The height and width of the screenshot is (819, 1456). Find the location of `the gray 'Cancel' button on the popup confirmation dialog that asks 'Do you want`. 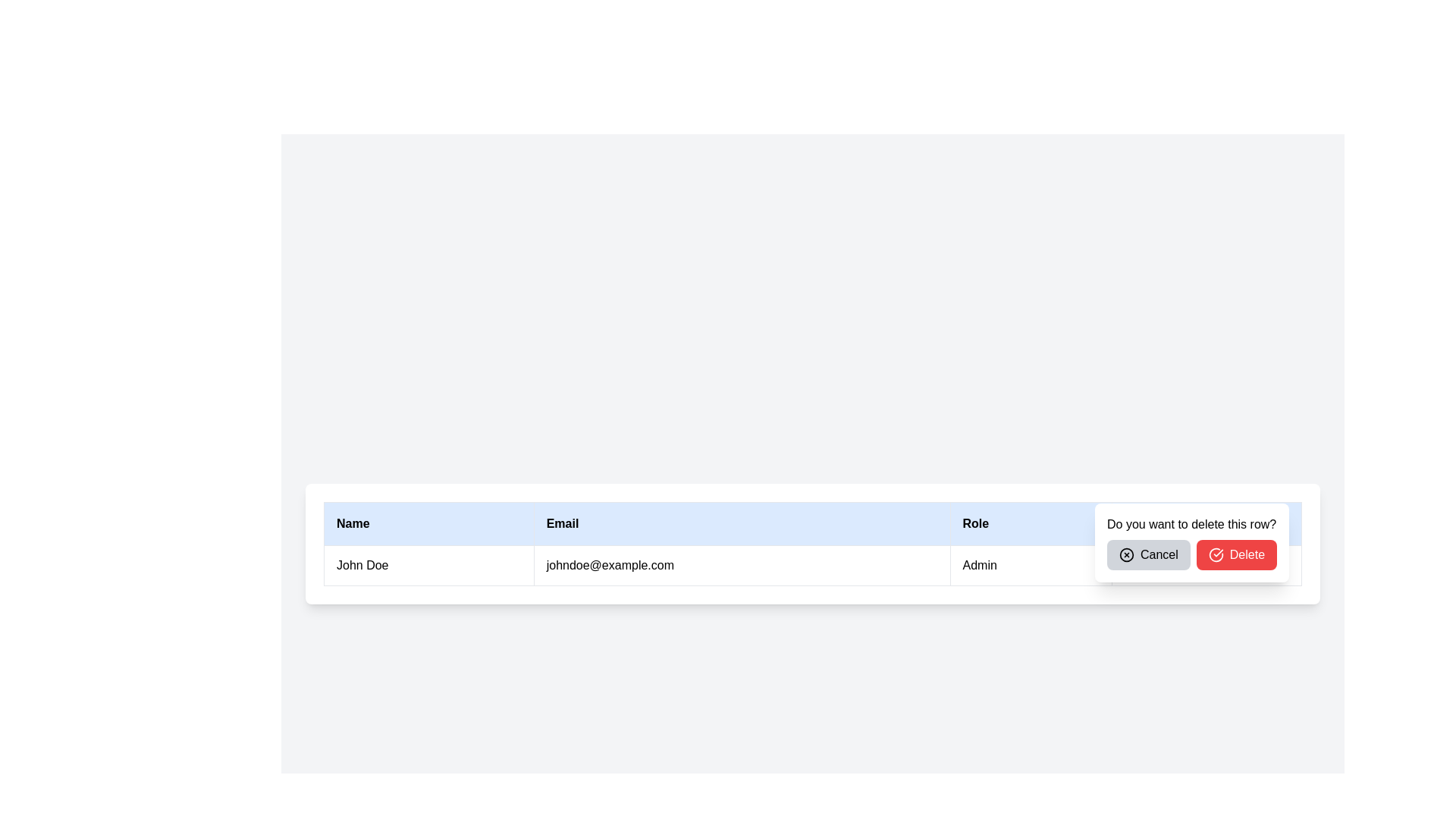

the gray 'Cancel' button on the popup confirmation dialog that asks 'Do you want is located at coordinates (1191, 541).